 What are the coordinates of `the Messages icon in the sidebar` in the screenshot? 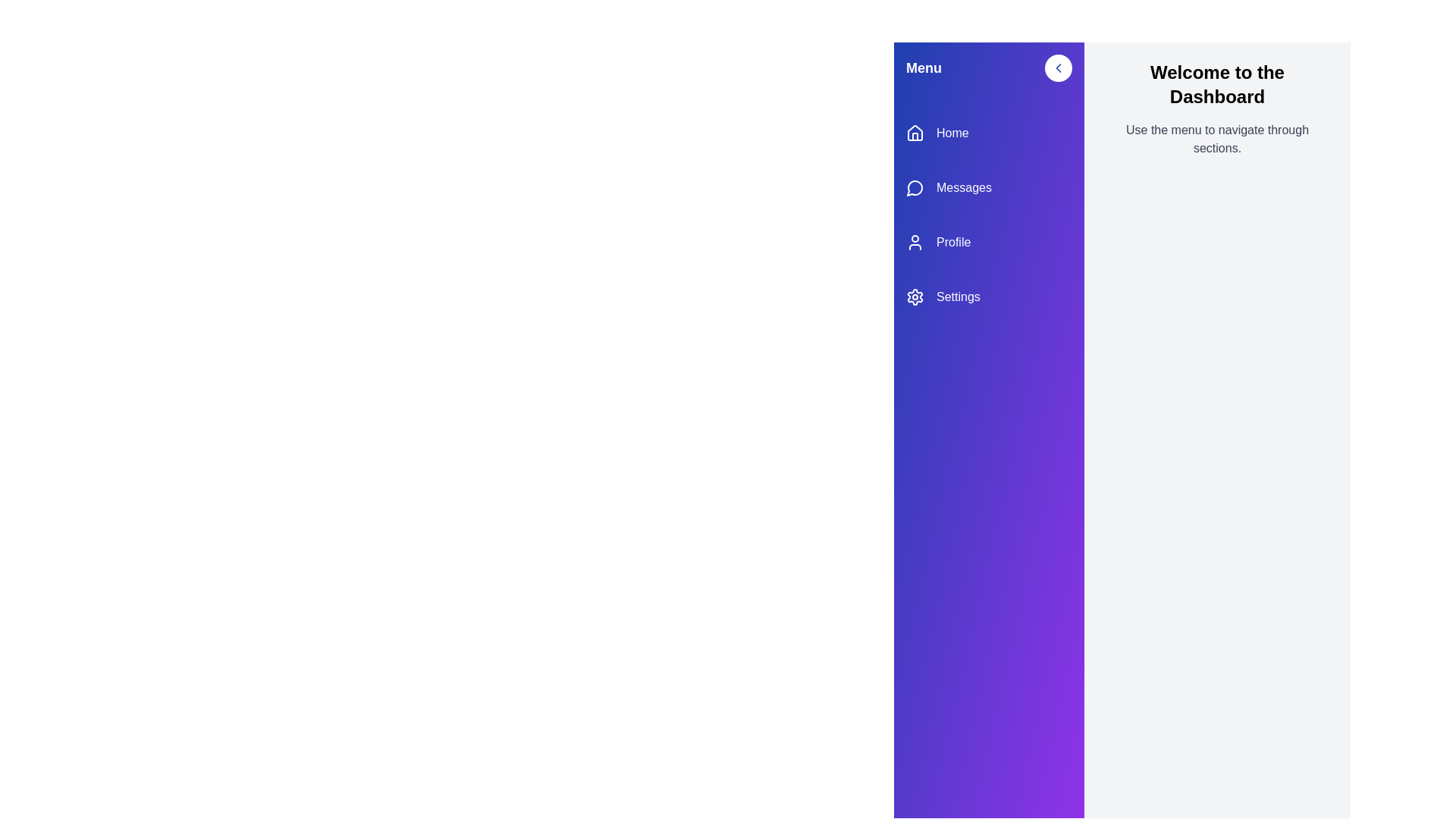 It's located at (914, 187).